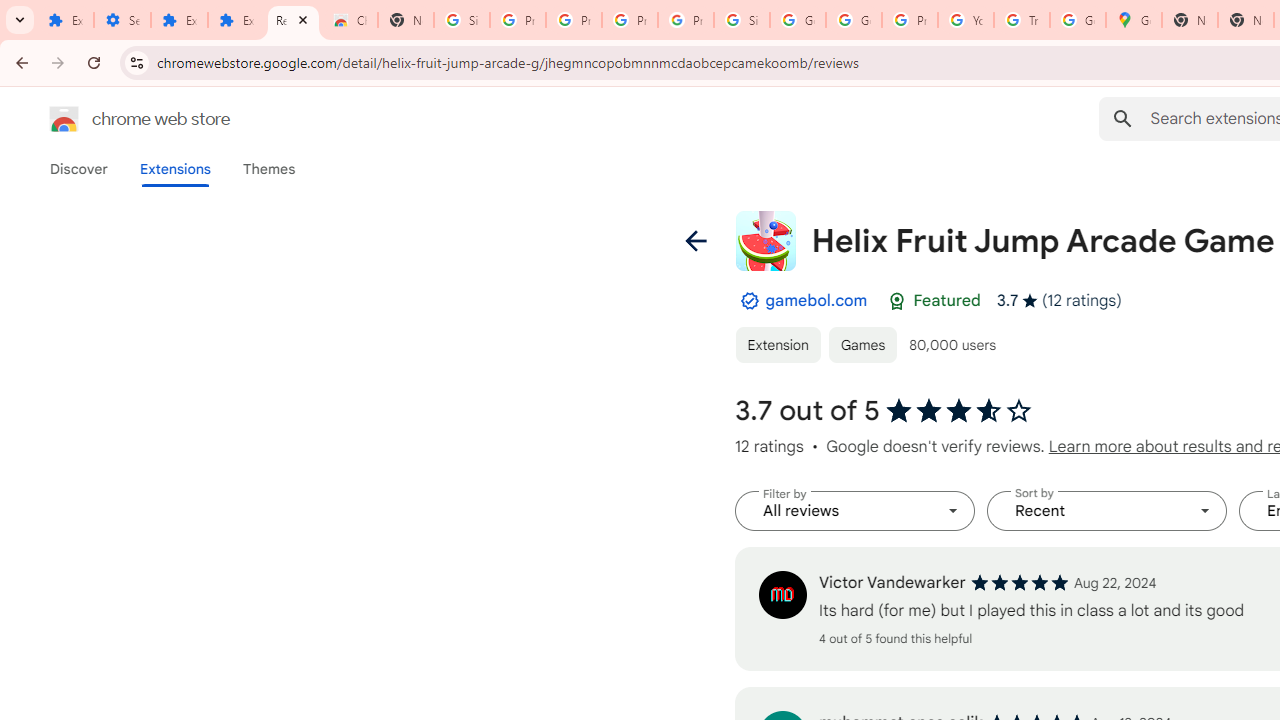 This screenshot has width=1280, height=720. Describe the element at coordinates (1019, 582) in the screenshot. I see `'5 out of 5 stars'` at that location.